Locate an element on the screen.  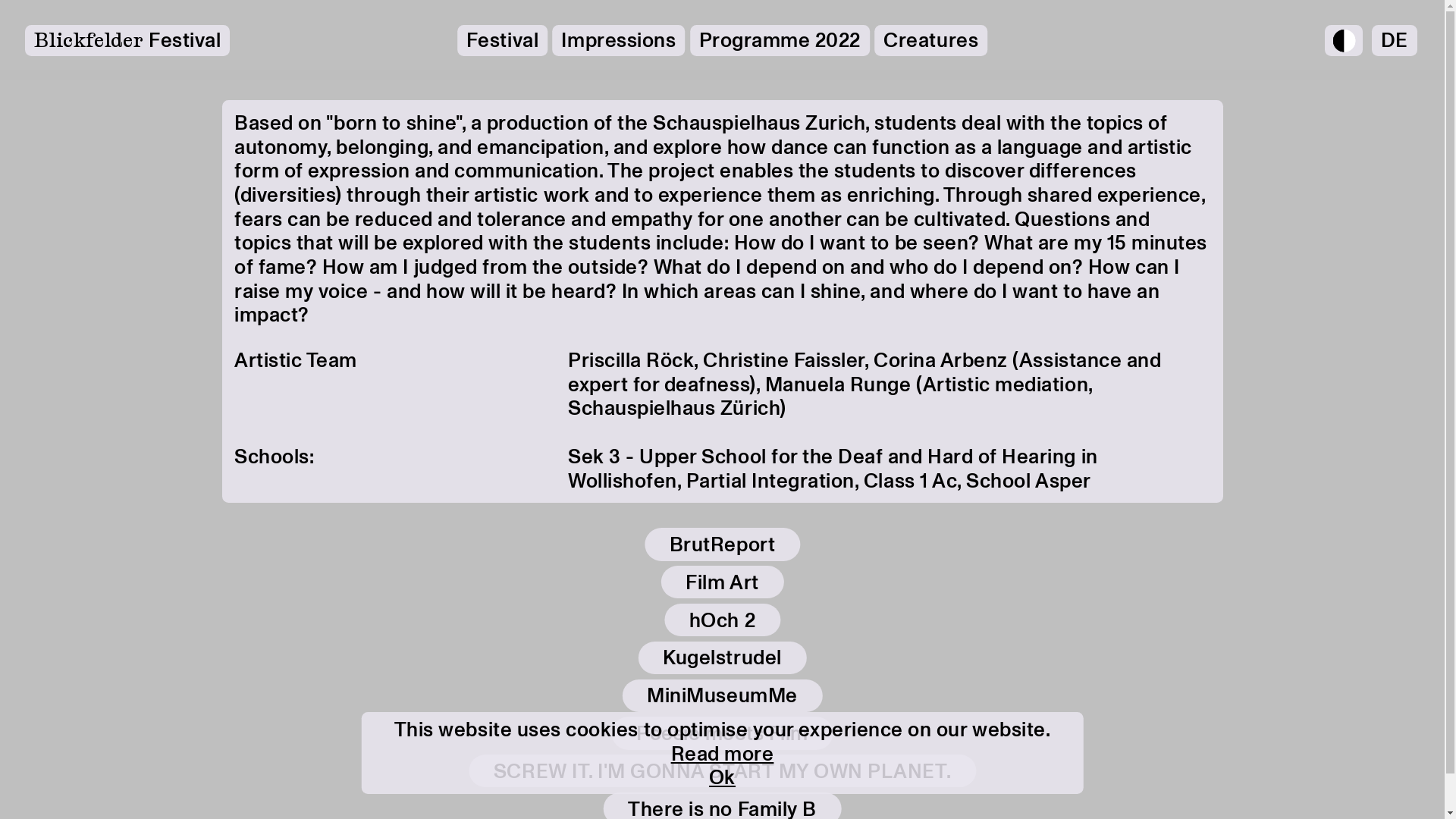
'Programme 2022' is located at coordinates (780, 39).